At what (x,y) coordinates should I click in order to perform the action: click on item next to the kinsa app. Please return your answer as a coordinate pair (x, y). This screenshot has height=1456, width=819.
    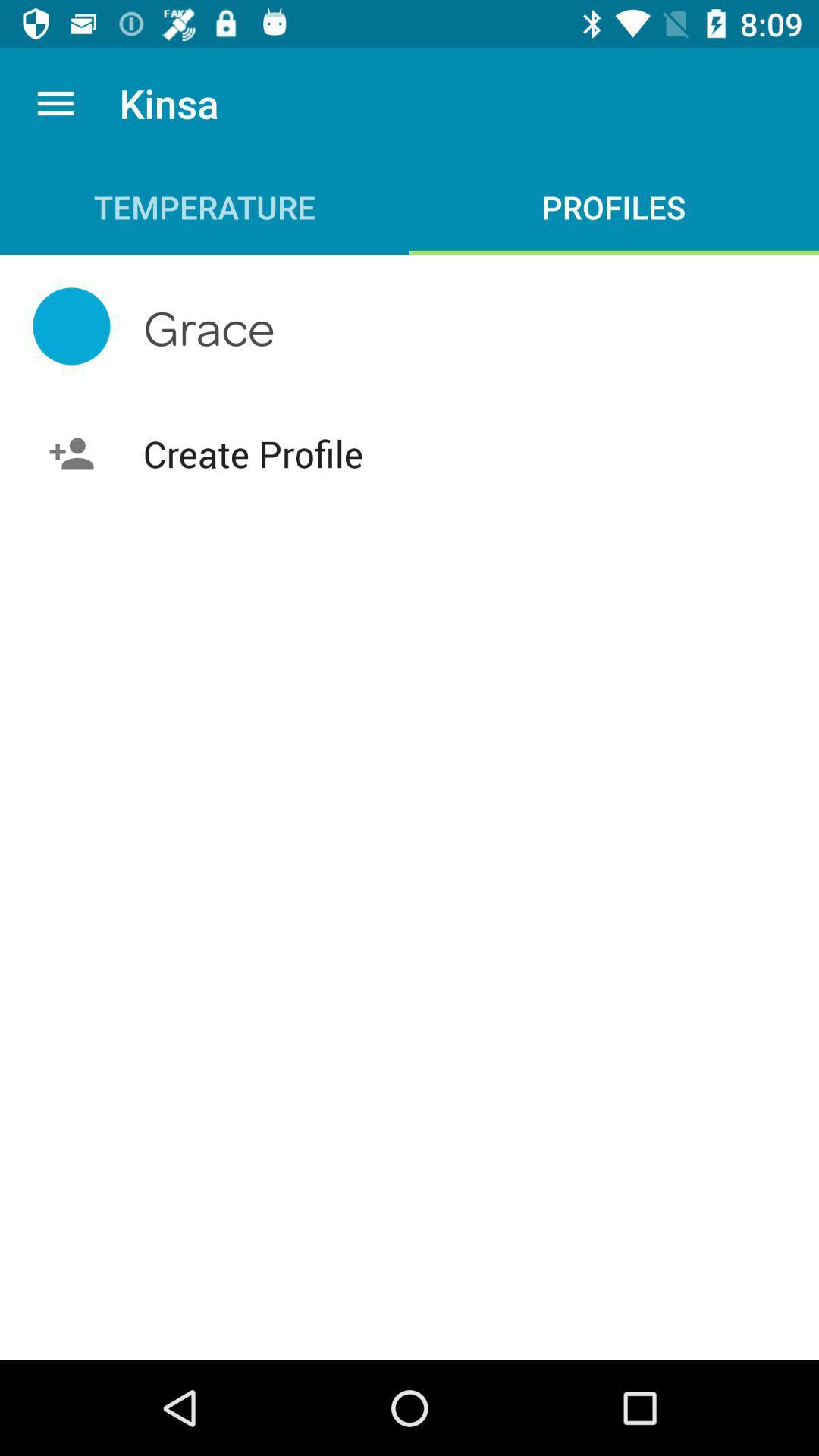
    Looking at the image, I should click on (55, 102).